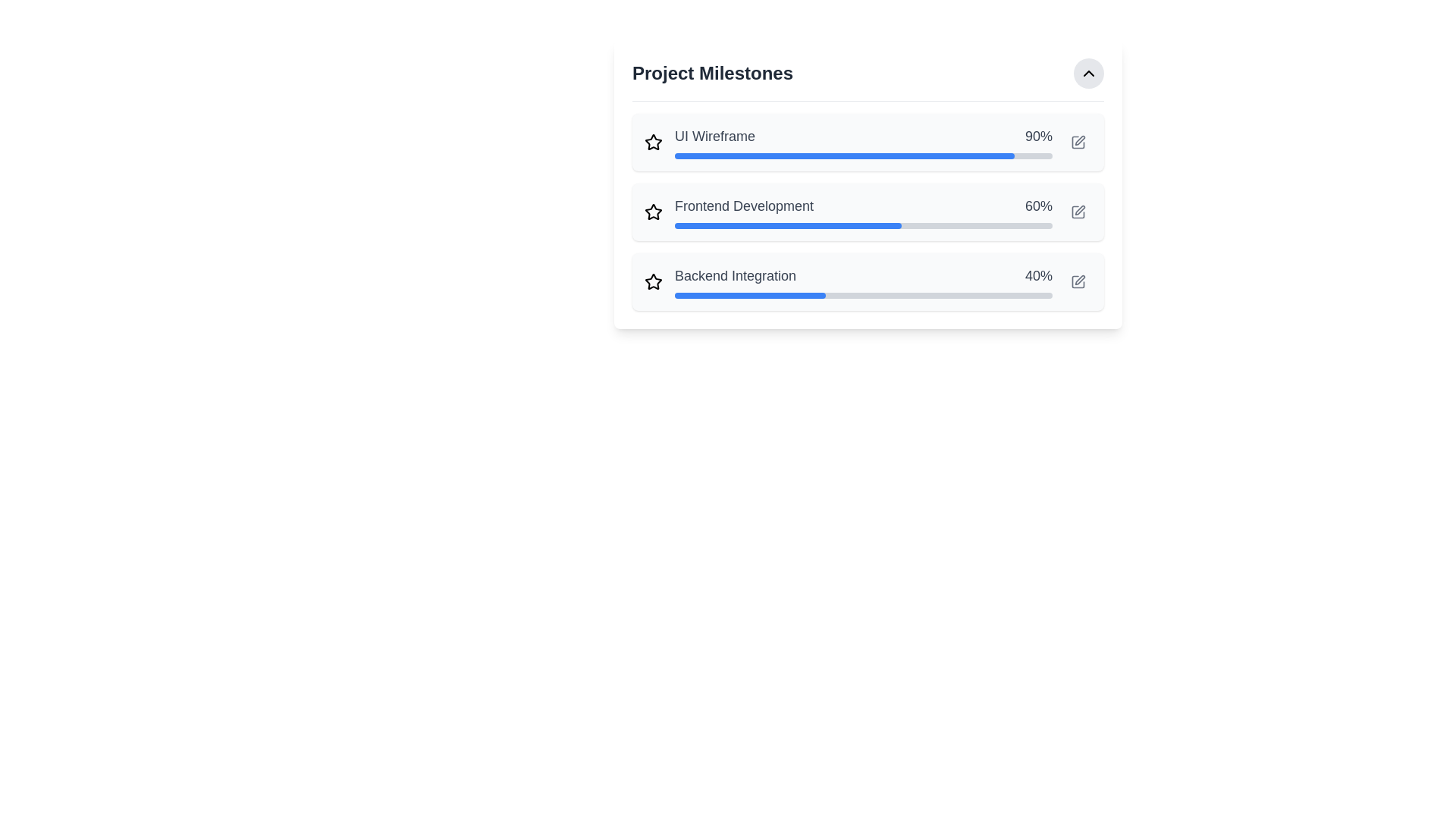 The width and height of the screenshot is (1456, 819). What do you see at coordinates (1077, 143) in the screenshot?
I see `the small grey square icon with a pencil symbol located in the top-right corner of the 'UI Wireframe' section to change its color` at bounding box center [1077, 143].